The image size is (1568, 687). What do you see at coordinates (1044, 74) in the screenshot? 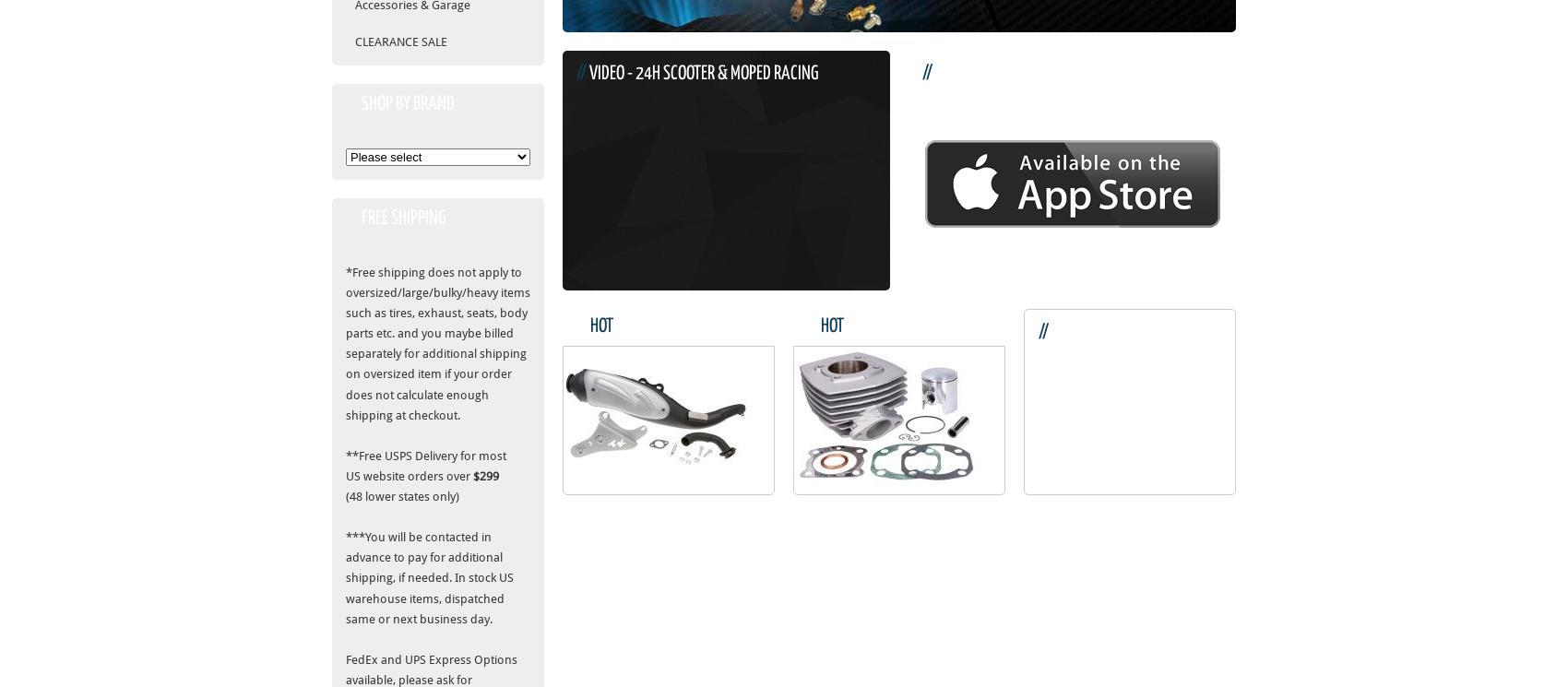
I see `'Download the Racing Planet App'` at bounding box center [1044, 74].